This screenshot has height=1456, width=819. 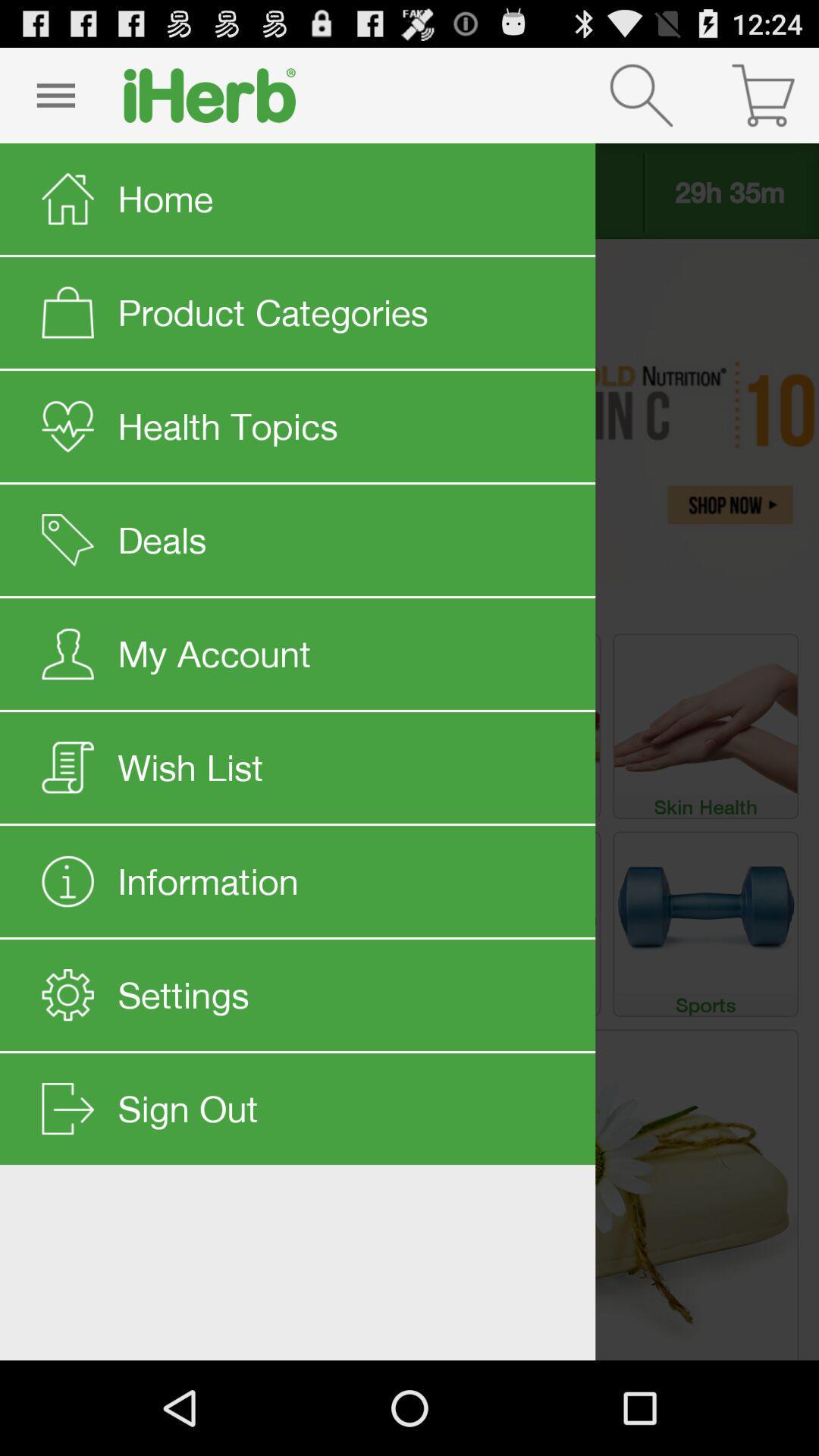 What do you see at coordinates (55, 101) in the screenshot?
I see `the menu icon` at bounding box center [55, 101].